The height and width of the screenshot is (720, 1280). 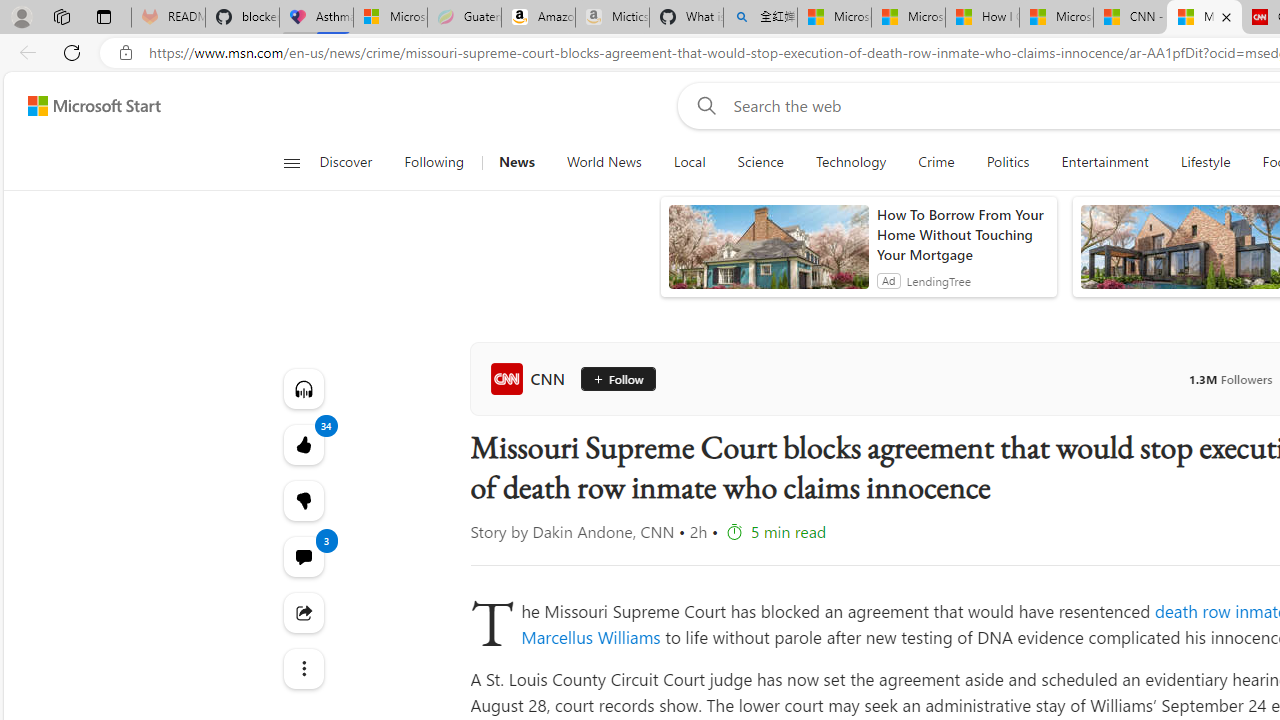 I want to click on 'Local', so click(x=689, y=162).